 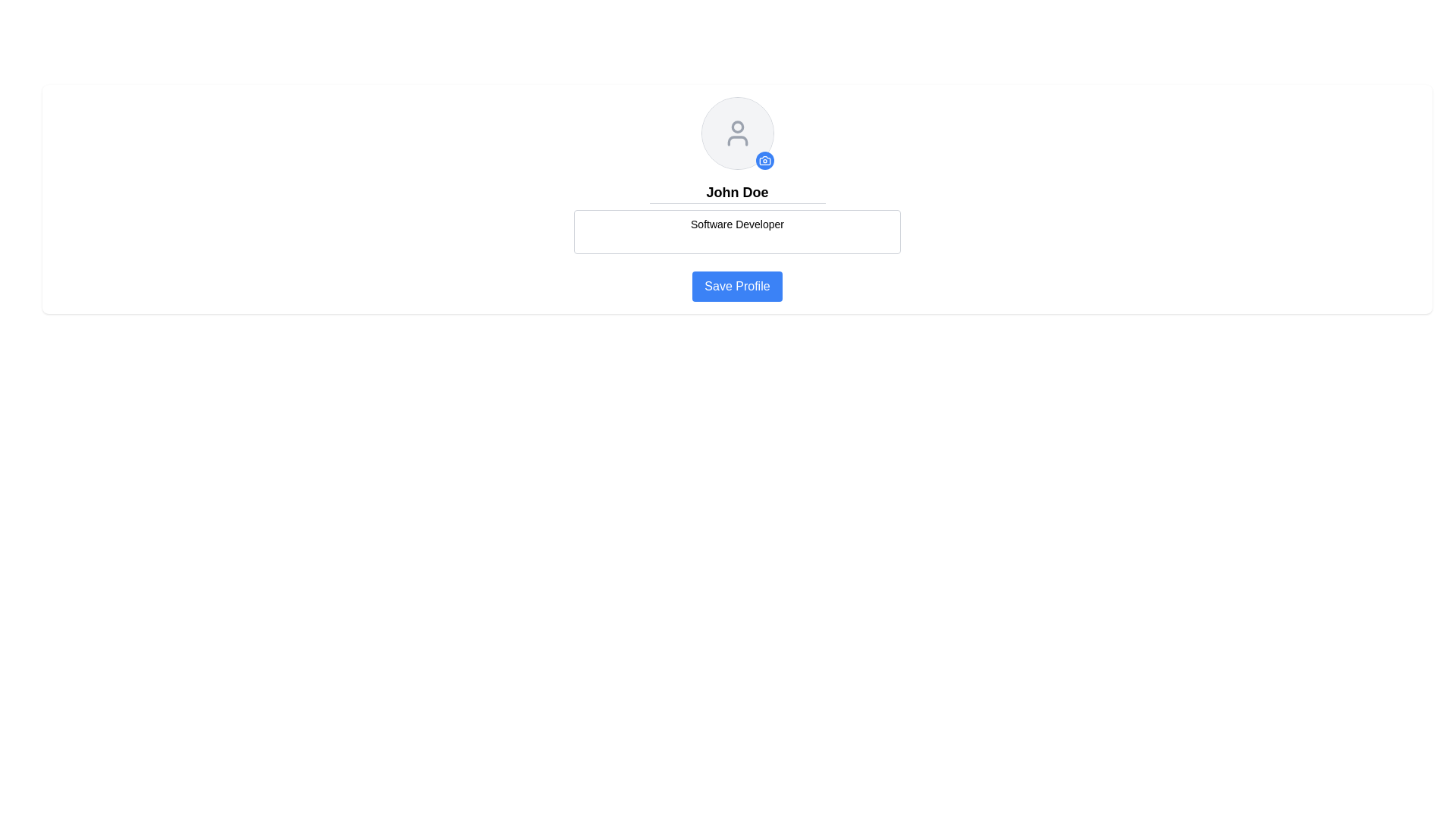 I want to click on the icon button located in the top-right corner of the circular profile image to initiate a profile picture upload, so click(x=764, y=161).